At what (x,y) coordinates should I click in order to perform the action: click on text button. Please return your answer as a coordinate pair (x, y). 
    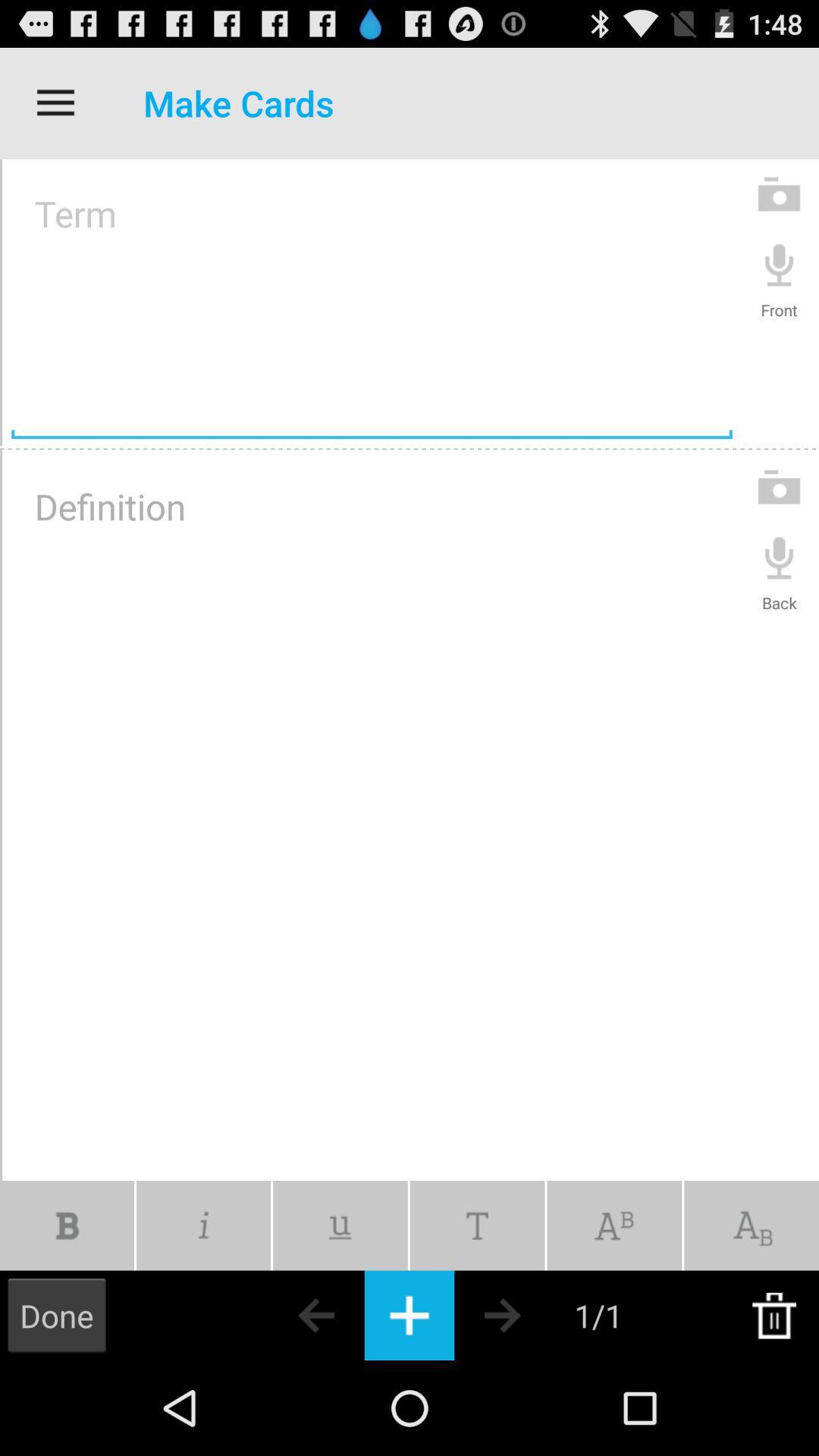
    Looking at the image, I should click on (409, 1314).